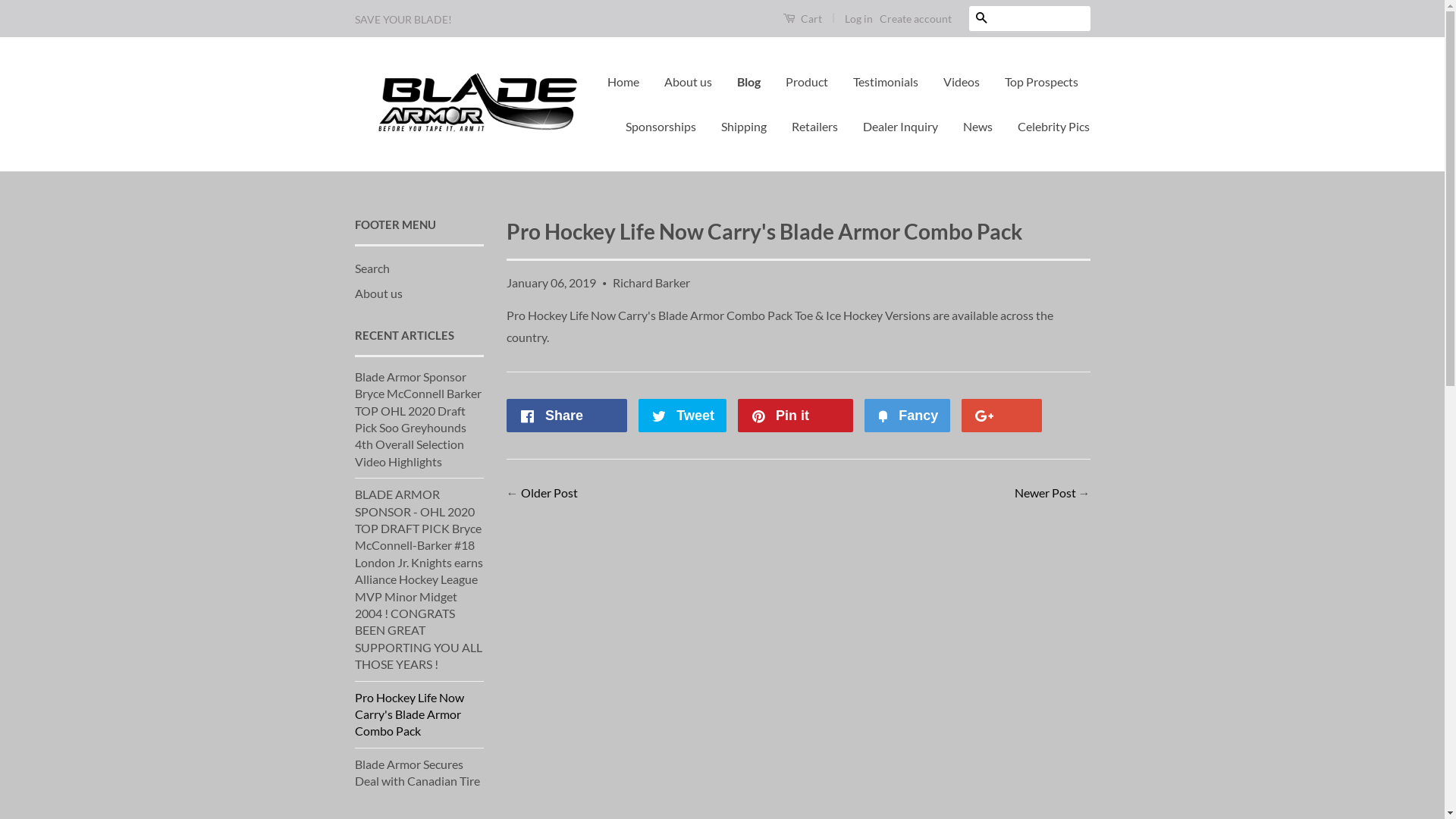  Describe the element at coordinates (409, 714) in the screenshot. I see `'Pro Hockey Life Now Carry's Blade Armor Combo Pack'` at that location.